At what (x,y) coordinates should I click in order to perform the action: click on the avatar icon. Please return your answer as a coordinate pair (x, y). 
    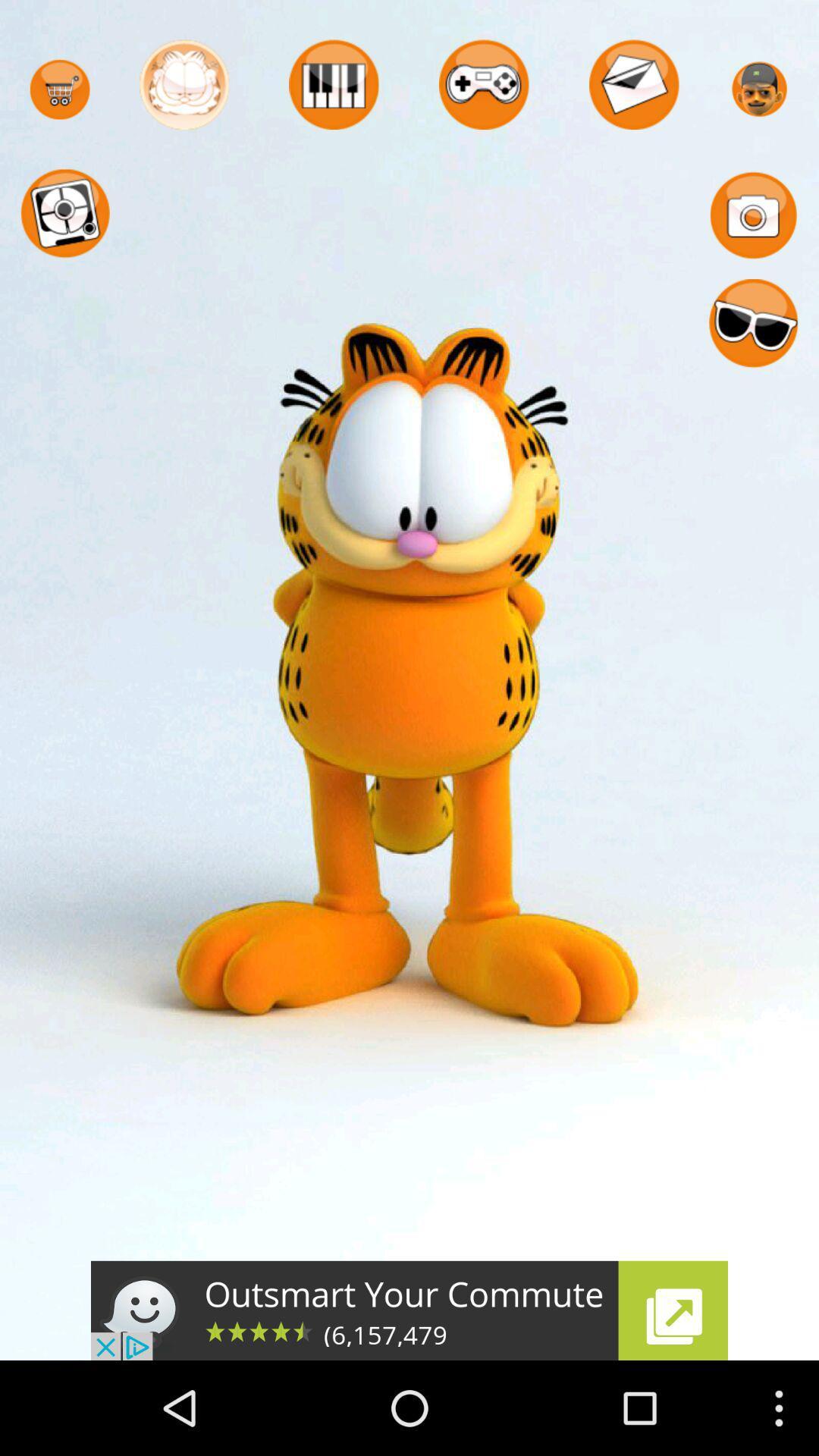
    Looking at the image, I should click on (184, 89).